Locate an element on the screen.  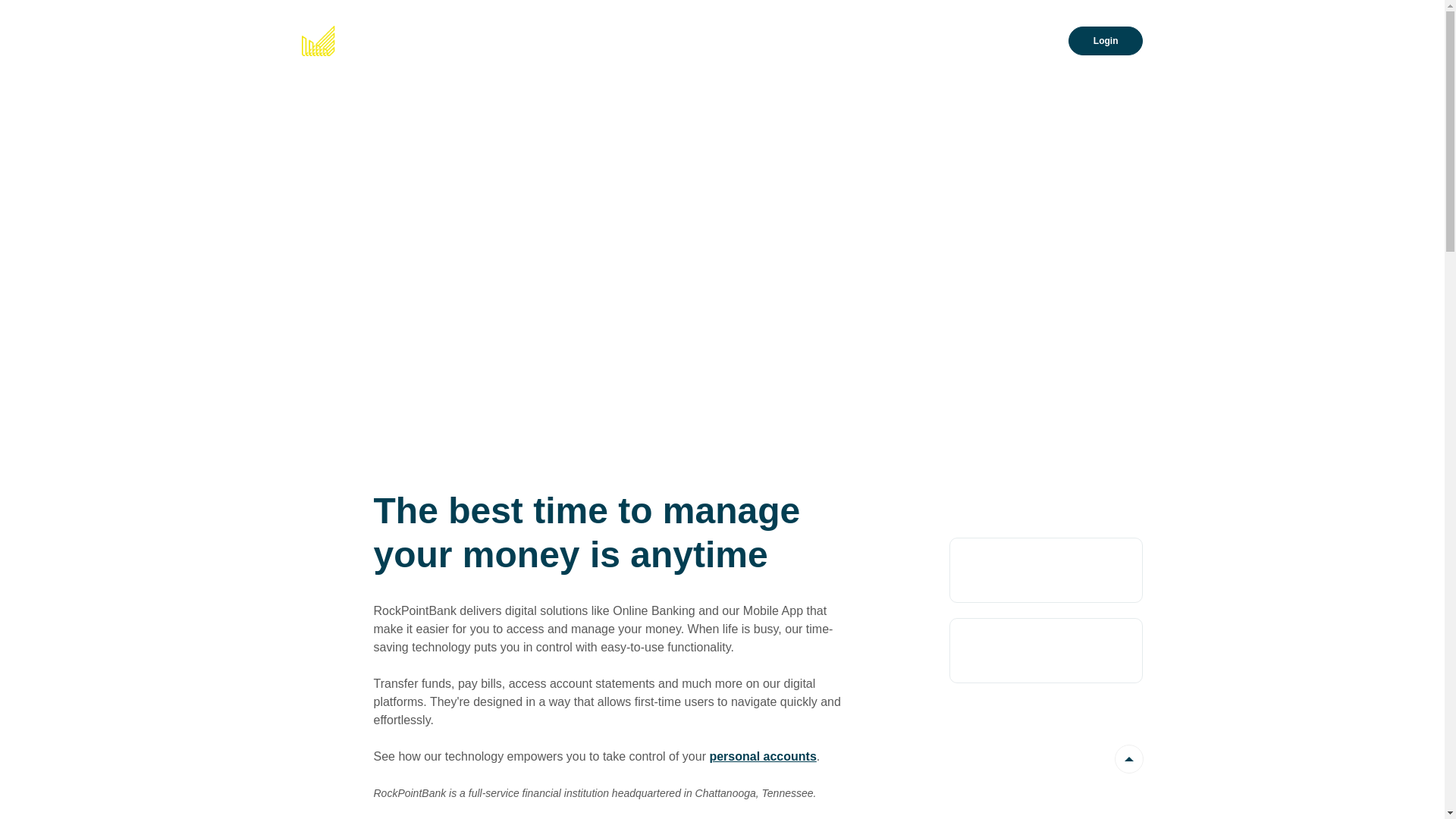
'Back to the top' is located at coordinates (1128, 759).